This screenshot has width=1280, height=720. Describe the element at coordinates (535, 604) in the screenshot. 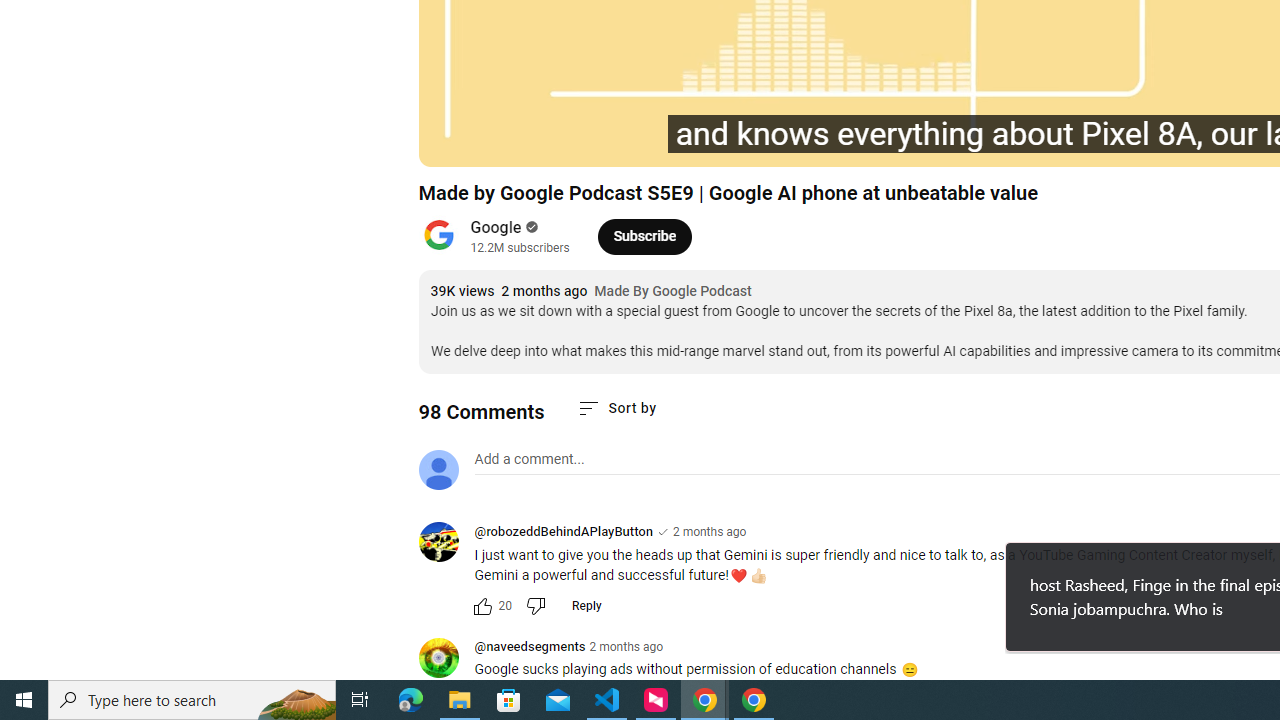

I see `'Dislike this comment'` at that location.